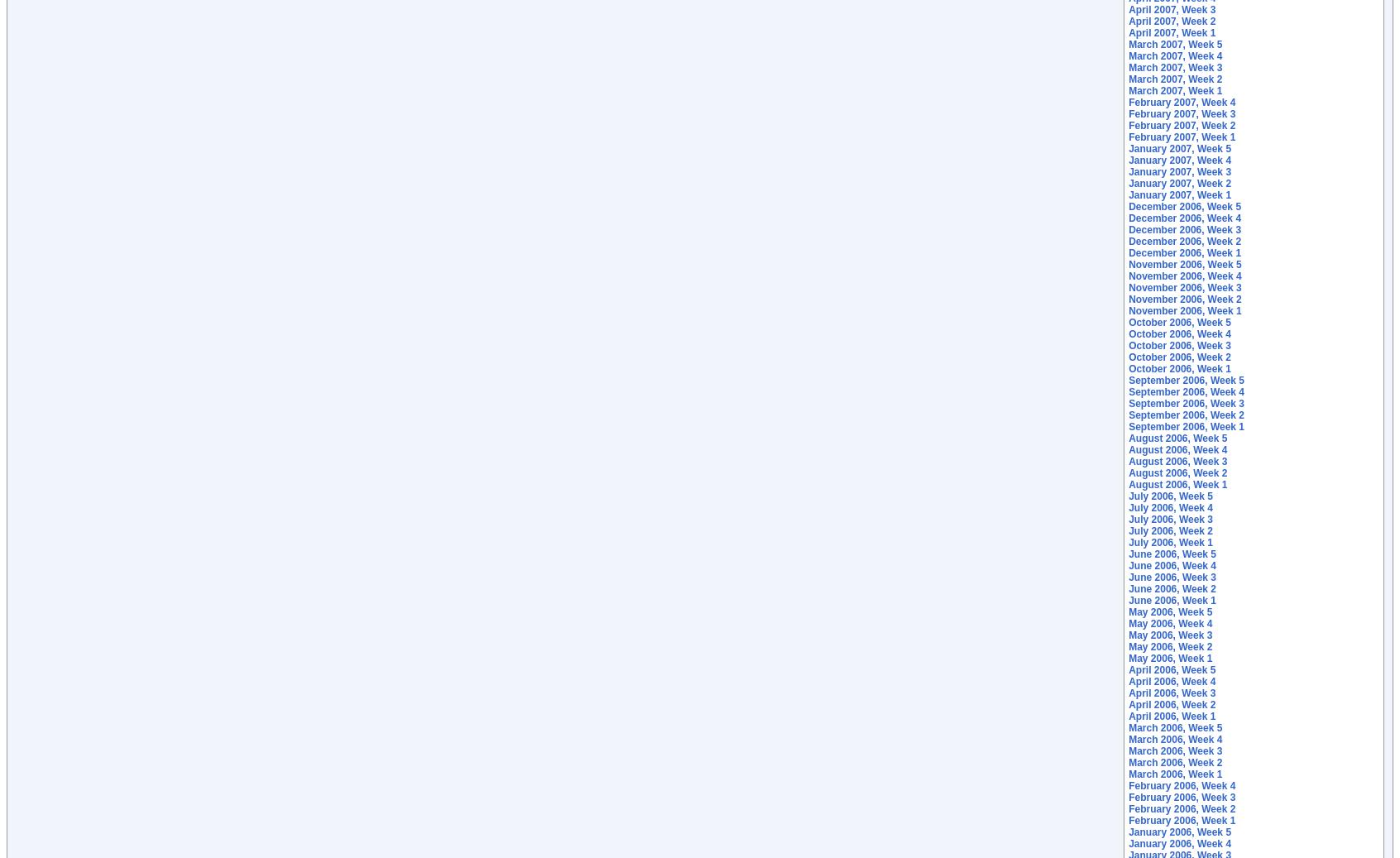 The height and width of the screenshot is (858, 1400). I want to click on 'October 2006, Week 1', so click(1179, 368).